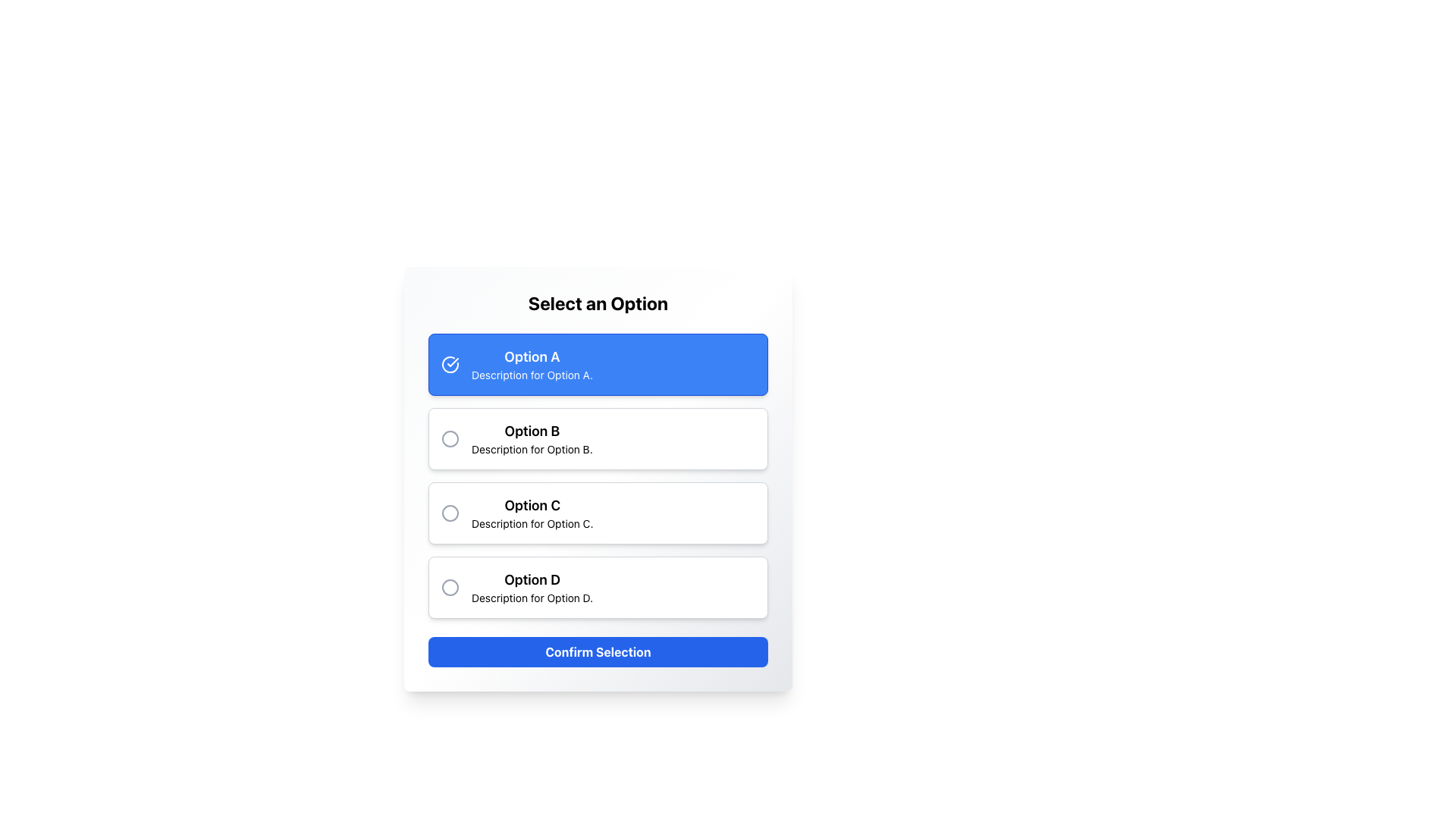 The height and width of the screenshot is (819, 1456). I want to click on the Text block providing additional information for 'Option C', which is located directly below the title of 'Option C' in the list of options, so click(532, 522).